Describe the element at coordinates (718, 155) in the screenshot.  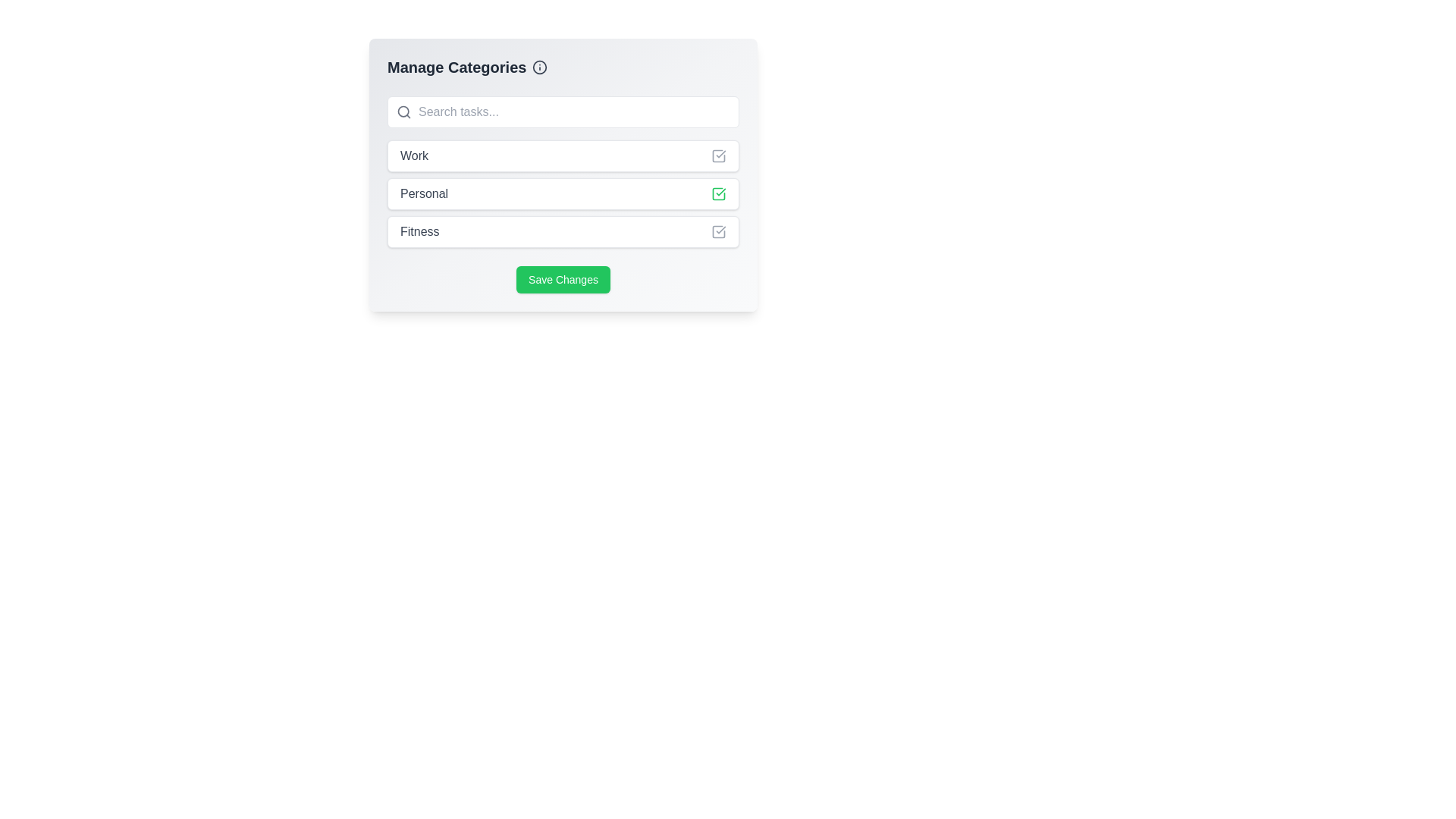
I see `the checkbox for the 'Work' category` at that location.